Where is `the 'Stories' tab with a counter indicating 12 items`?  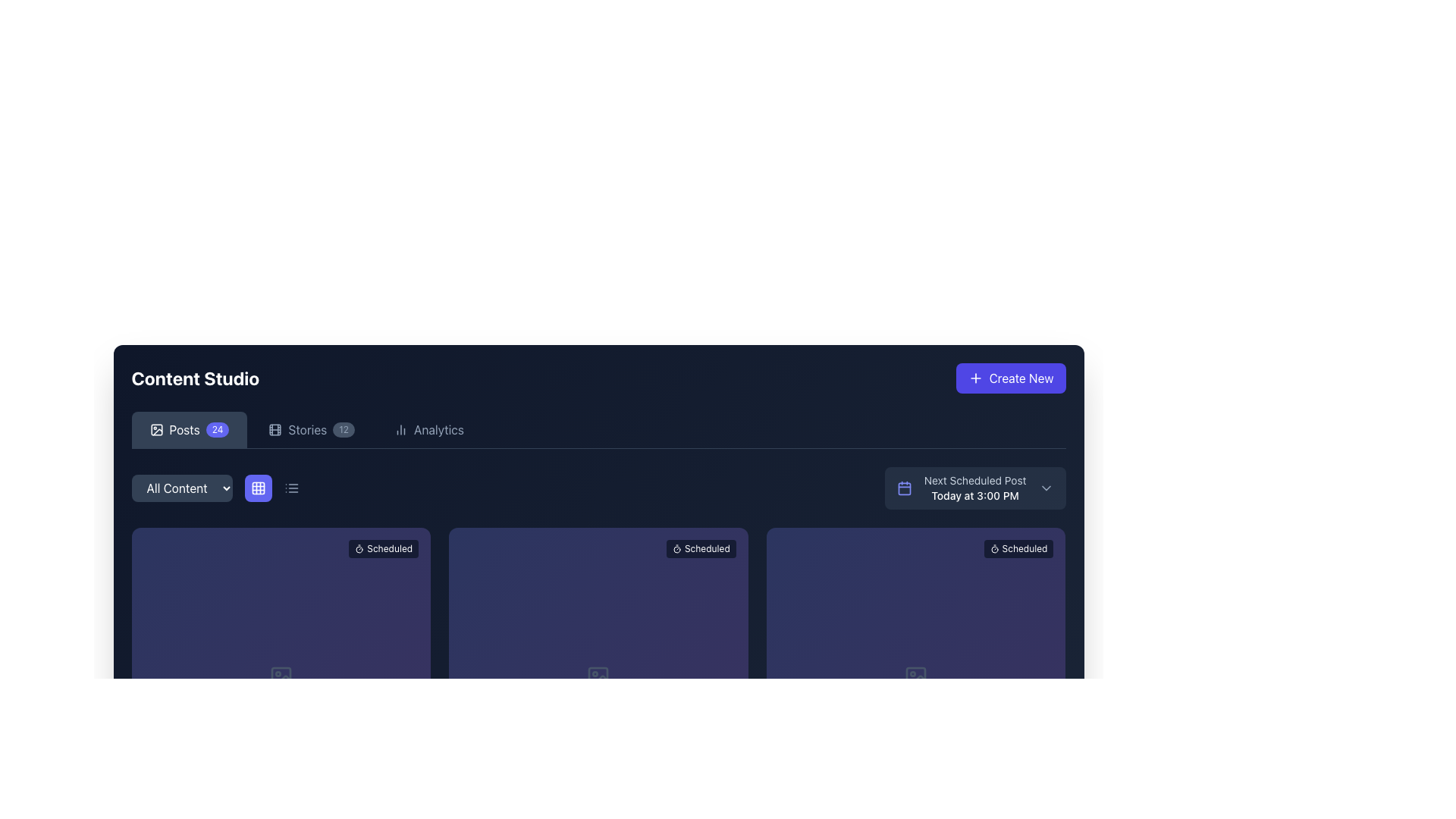
the 'Stories' tab with a counter indicating 12 items is located at coordinates (311, 430).